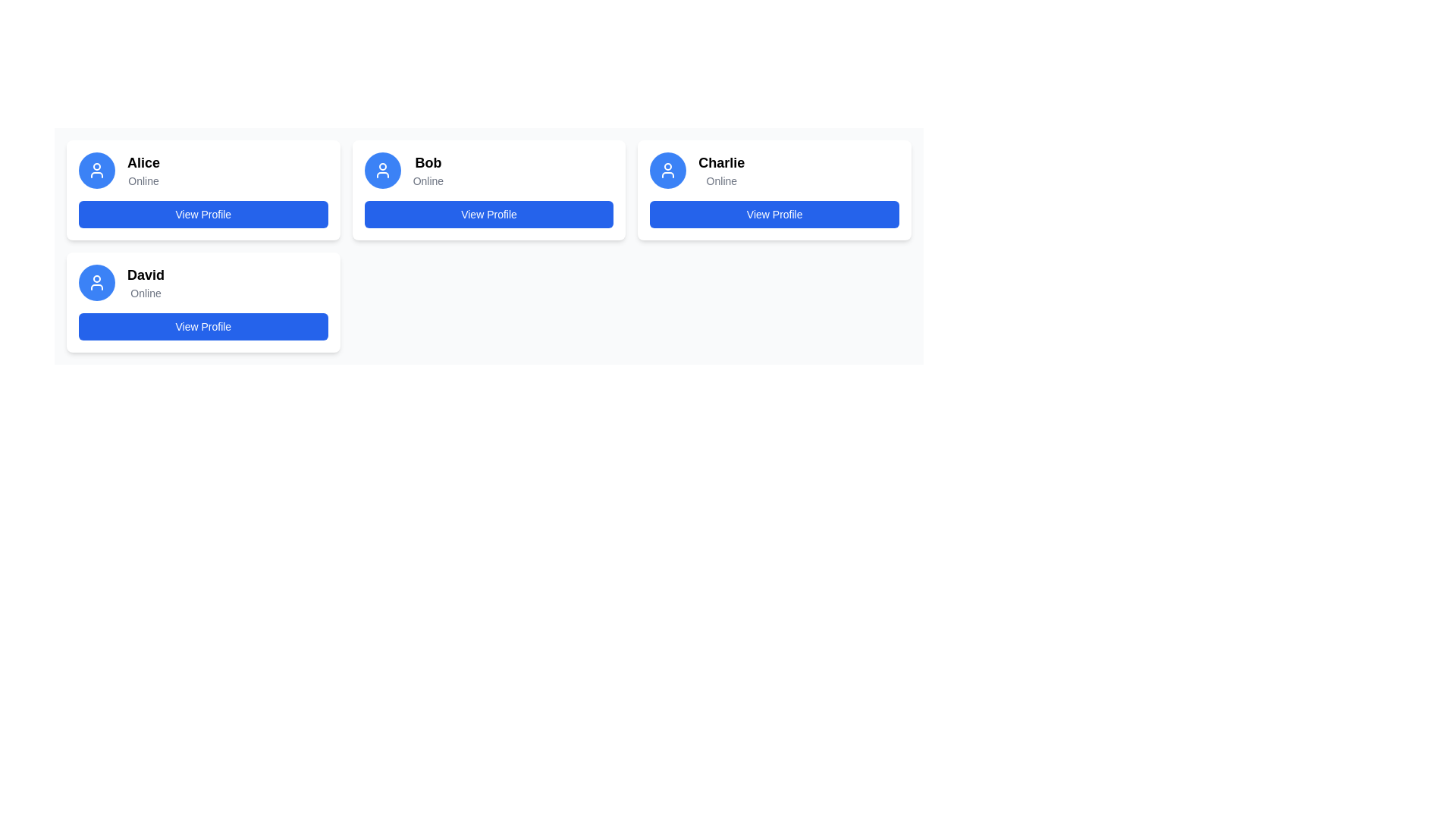  I want to click on the user's name text label, so click(720, 163).